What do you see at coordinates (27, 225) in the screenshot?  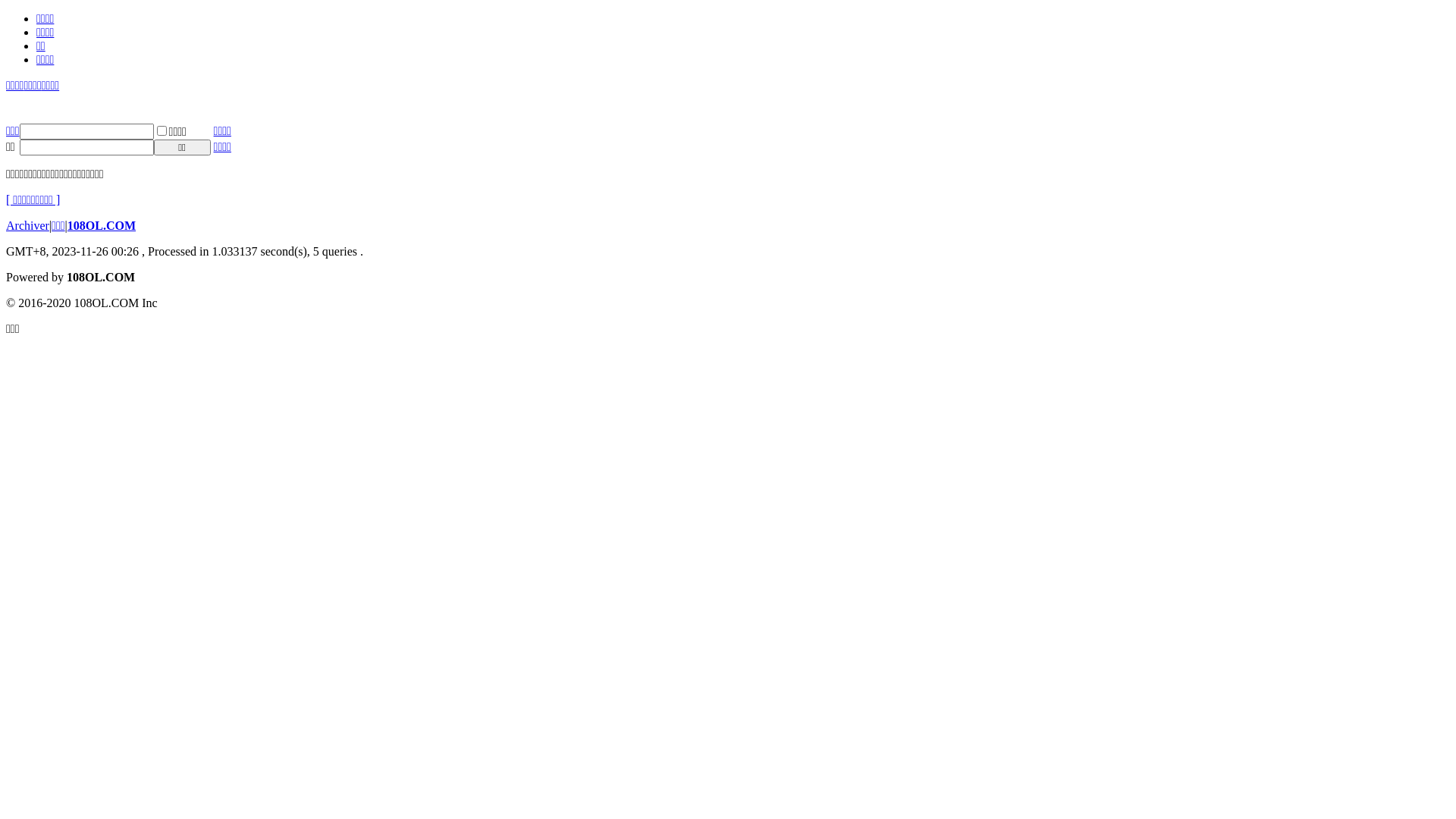 I see `'Archiver'` at bounding box center [27, 225].